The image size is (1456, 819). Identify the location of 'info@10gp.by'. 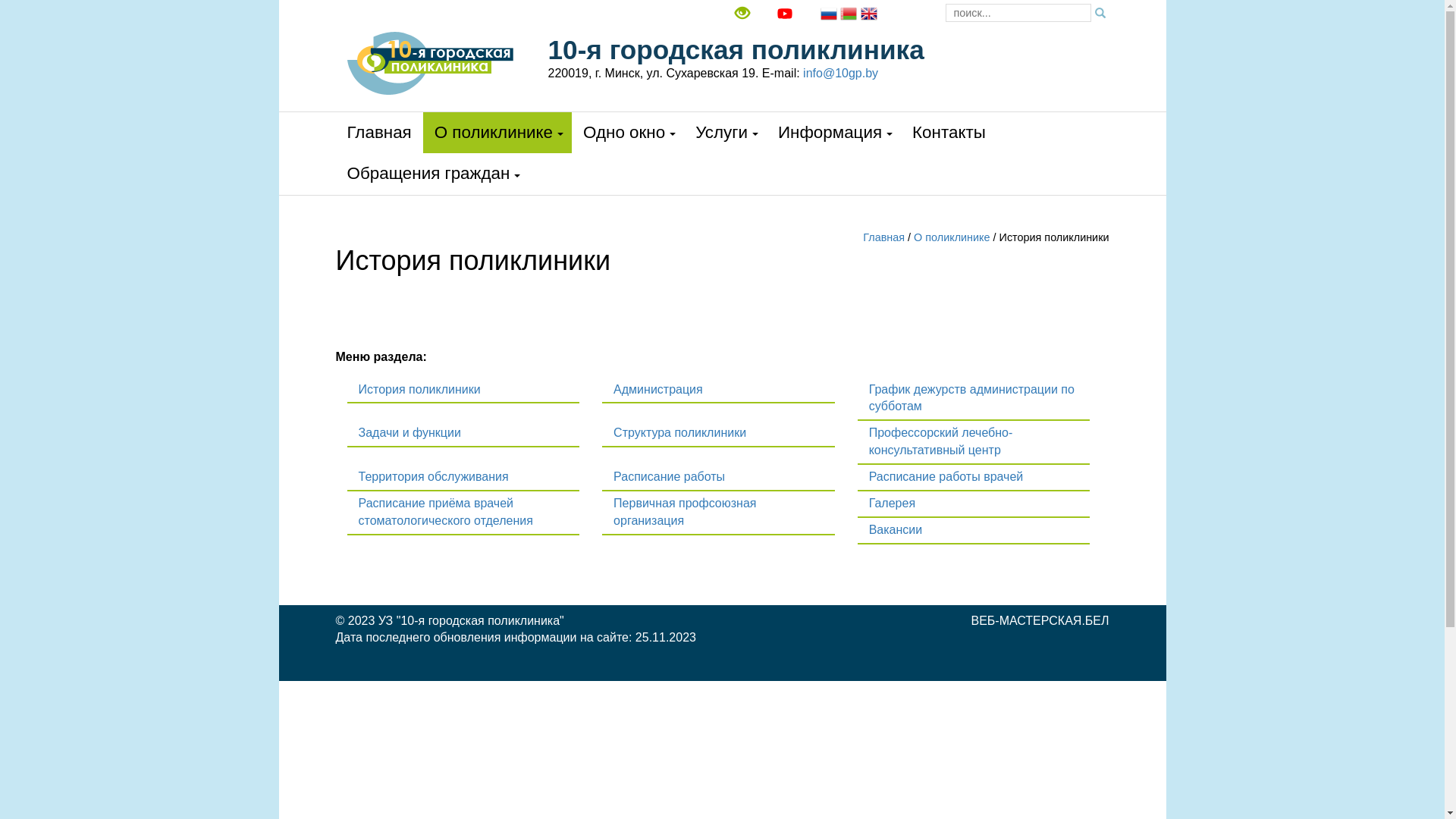
(839, 73).